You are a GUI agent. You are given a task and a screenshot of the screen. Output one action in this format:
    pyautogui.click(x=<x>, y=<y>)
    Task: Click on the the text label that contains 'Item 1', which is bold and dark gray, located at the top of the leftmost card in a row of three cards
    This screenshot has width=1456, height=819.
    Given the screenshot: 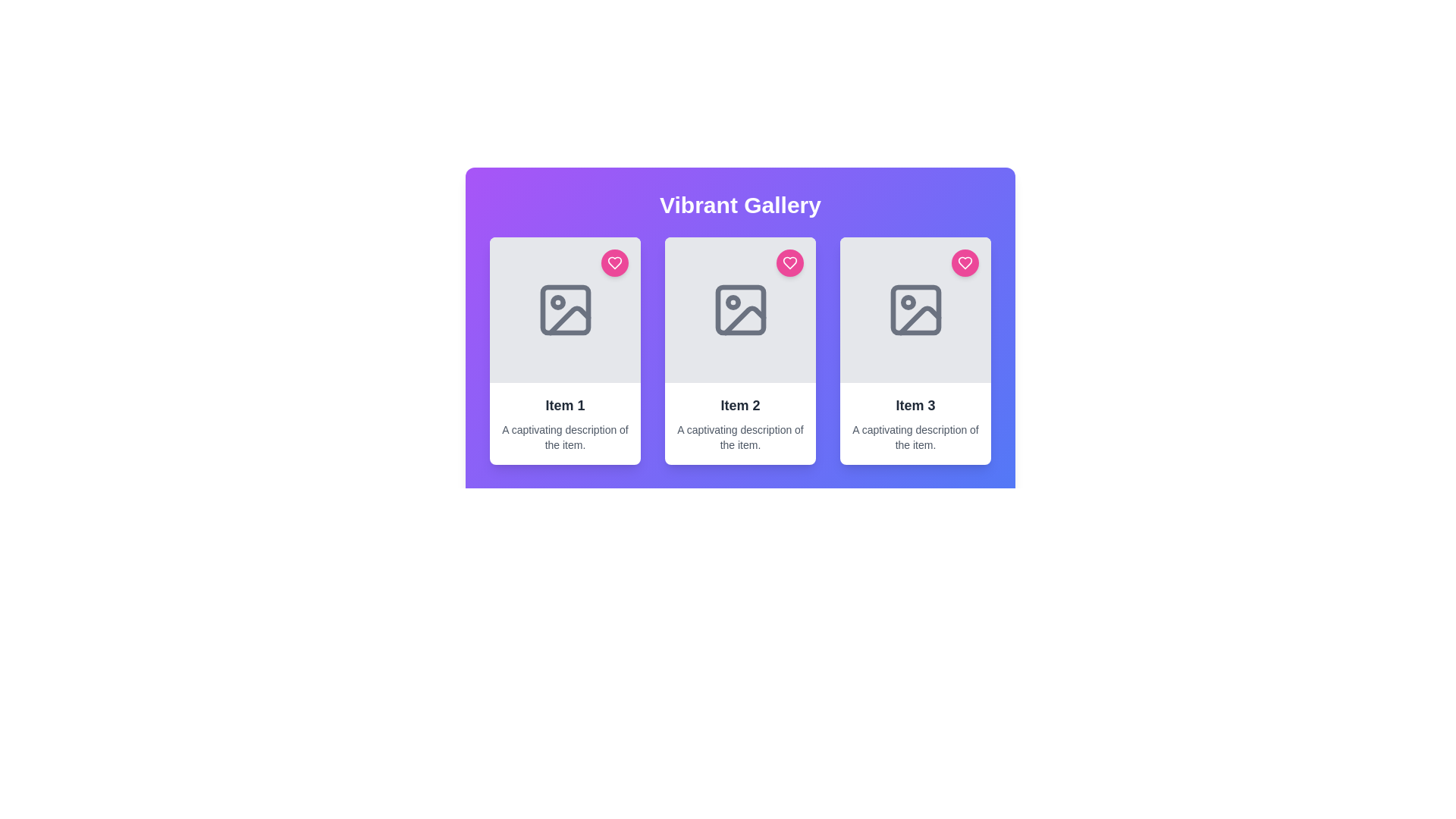 What is the action you would take?
    pyautogui.click(x=564, y=405)
    